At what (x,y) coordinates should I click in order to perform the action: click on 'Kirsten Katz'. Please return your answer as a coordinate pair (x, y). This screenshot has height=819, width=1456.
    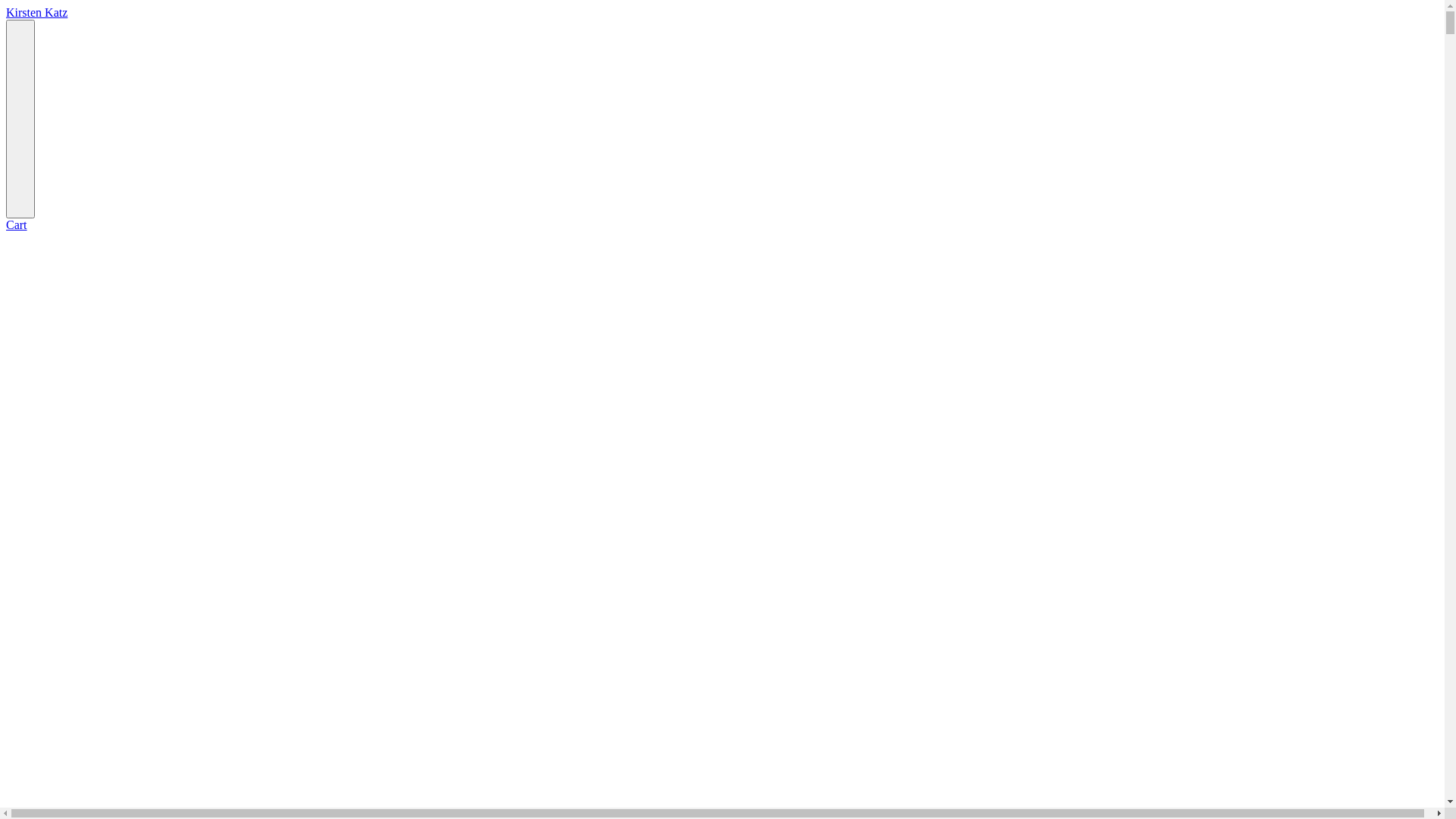
    Looking at the image, I should click on (36, 12).